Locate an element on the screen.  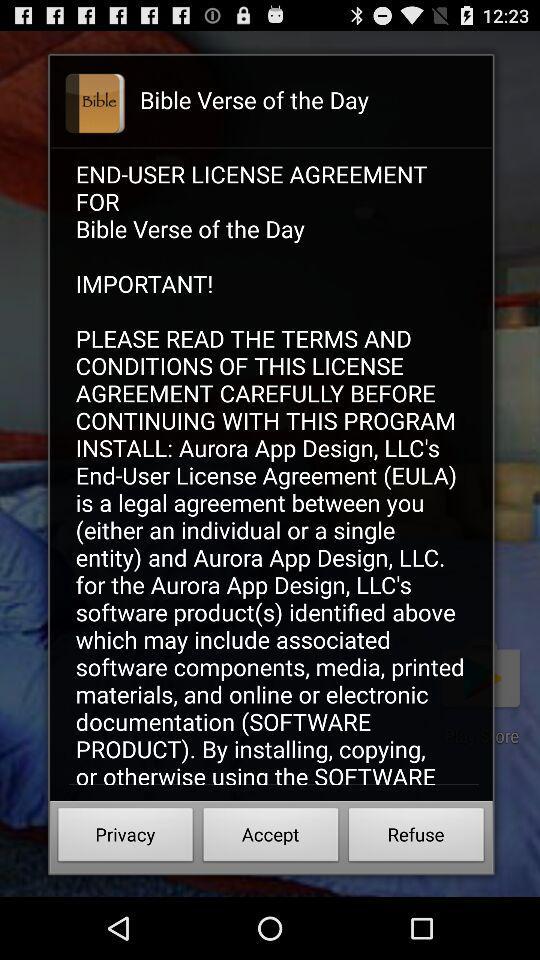
item to the left of the accept is located at coordinates (125, 837).